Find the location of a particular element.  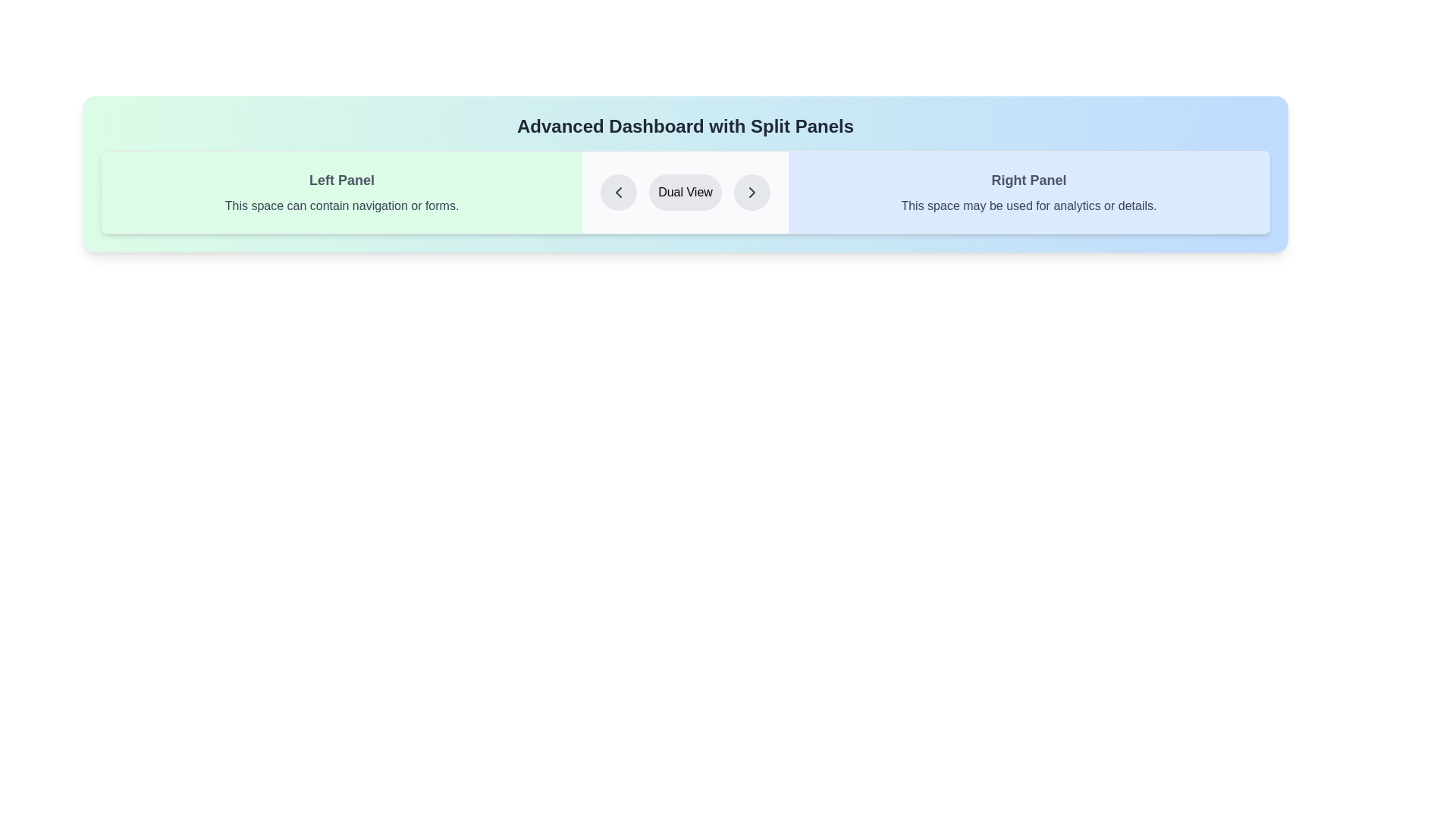

the static text element that provides descriptive information about the purpose of the left panel, located below the 'Left Panel' text in a green-shaded panel is located at coordinates (341, 206).